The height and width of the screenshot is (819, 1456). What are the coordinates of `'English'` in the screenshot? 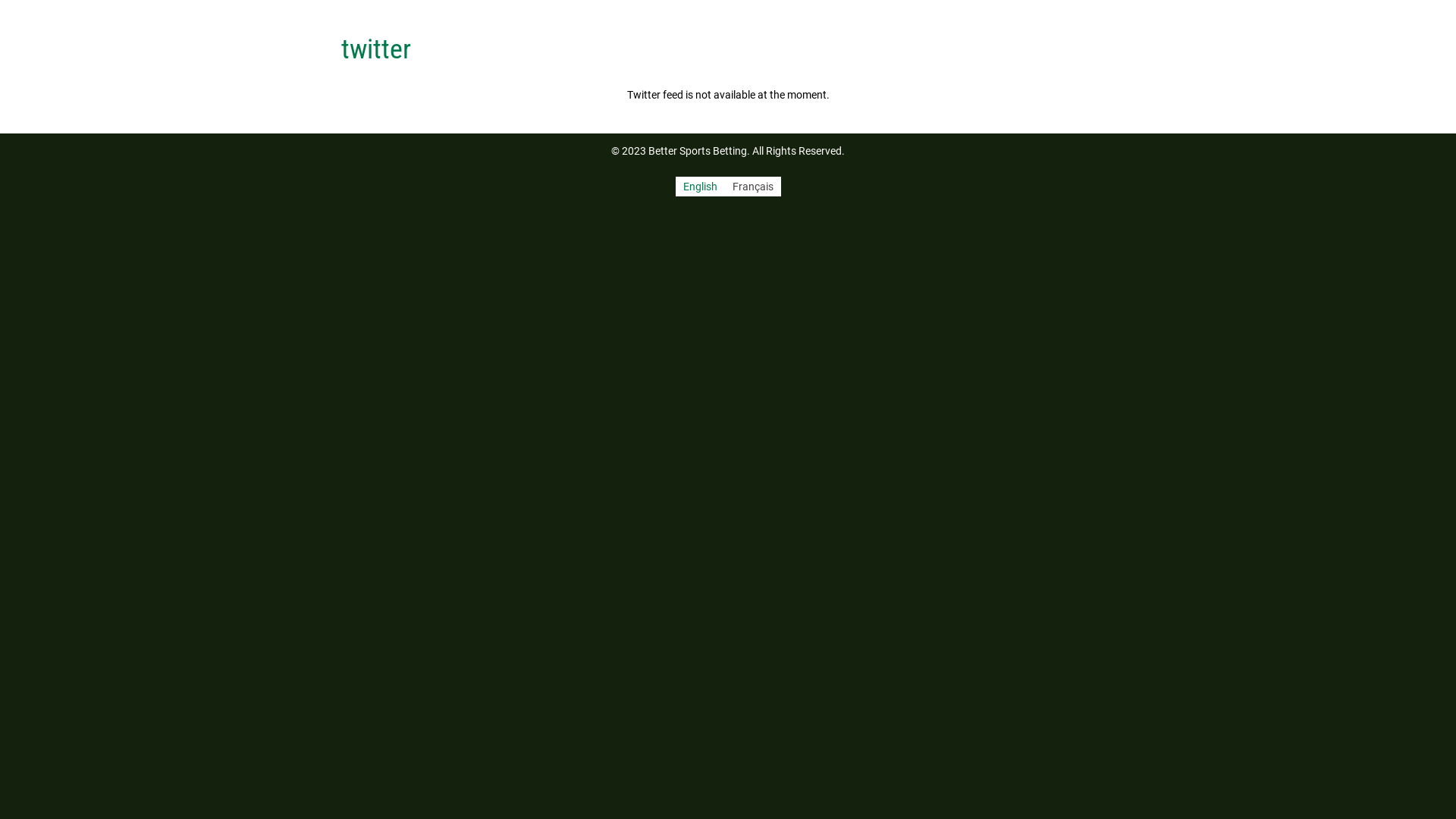 It's located at (673, 186).